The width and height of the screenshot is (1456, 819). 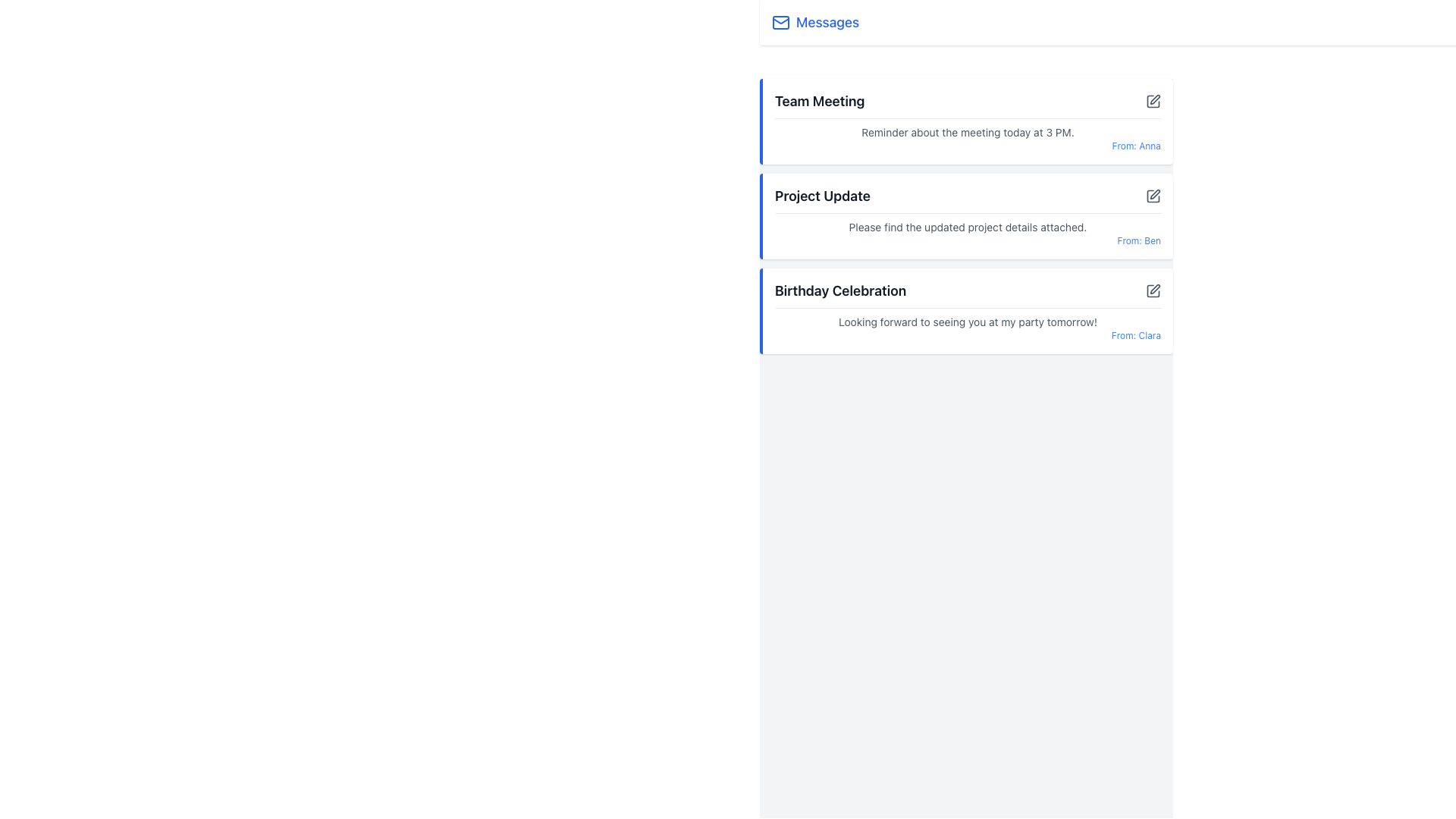 What do you see at coordinates (1153, 291) in the screenshot?
I see `the edit button located` at bounding box center [1153, 291].